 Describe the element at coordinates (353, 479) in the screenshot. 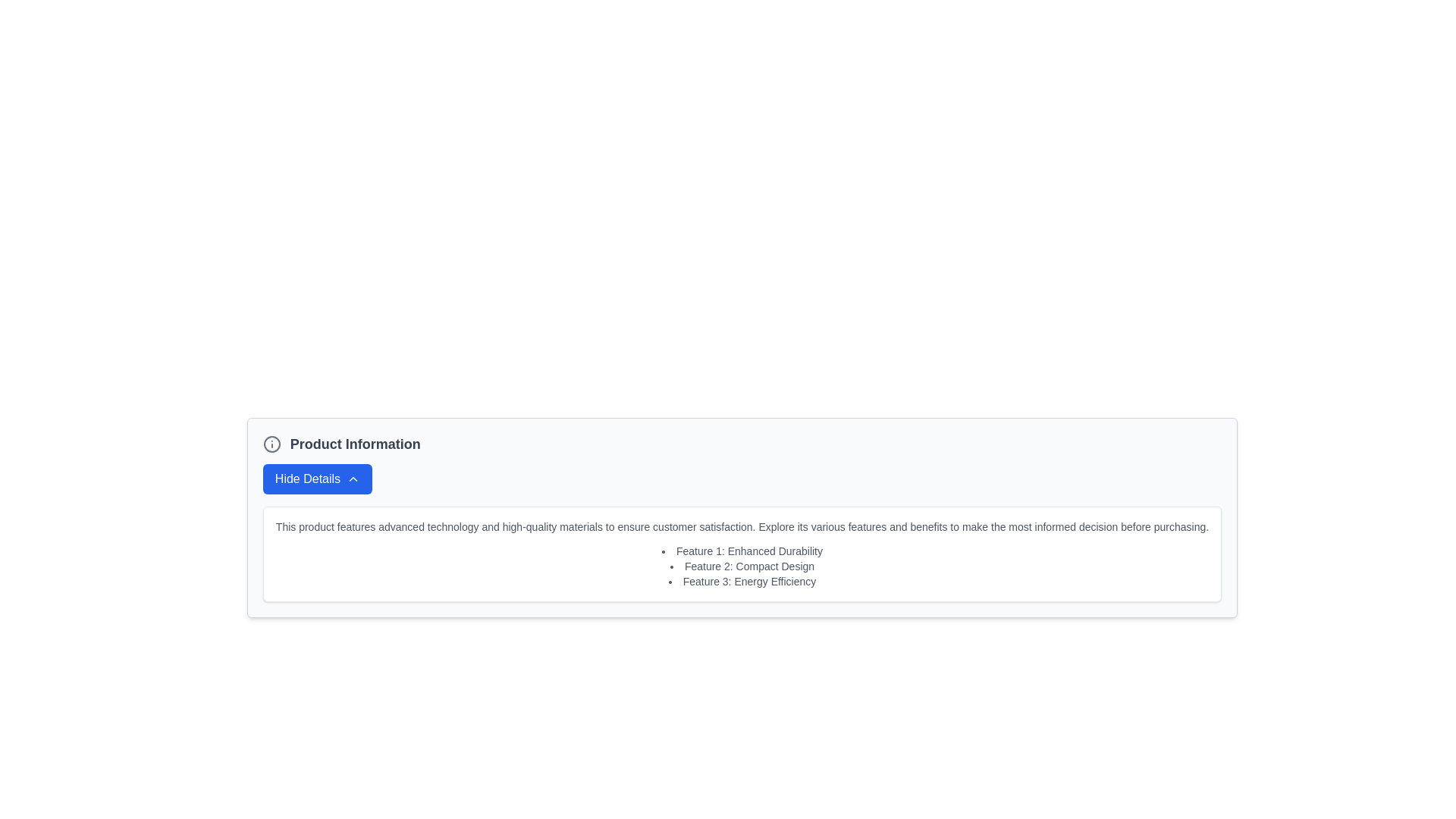

I see `the small upward-pointing chevron icon located inside the blue button labeled 'Hide Details', which is positioned adjacent to the button text` at that location.